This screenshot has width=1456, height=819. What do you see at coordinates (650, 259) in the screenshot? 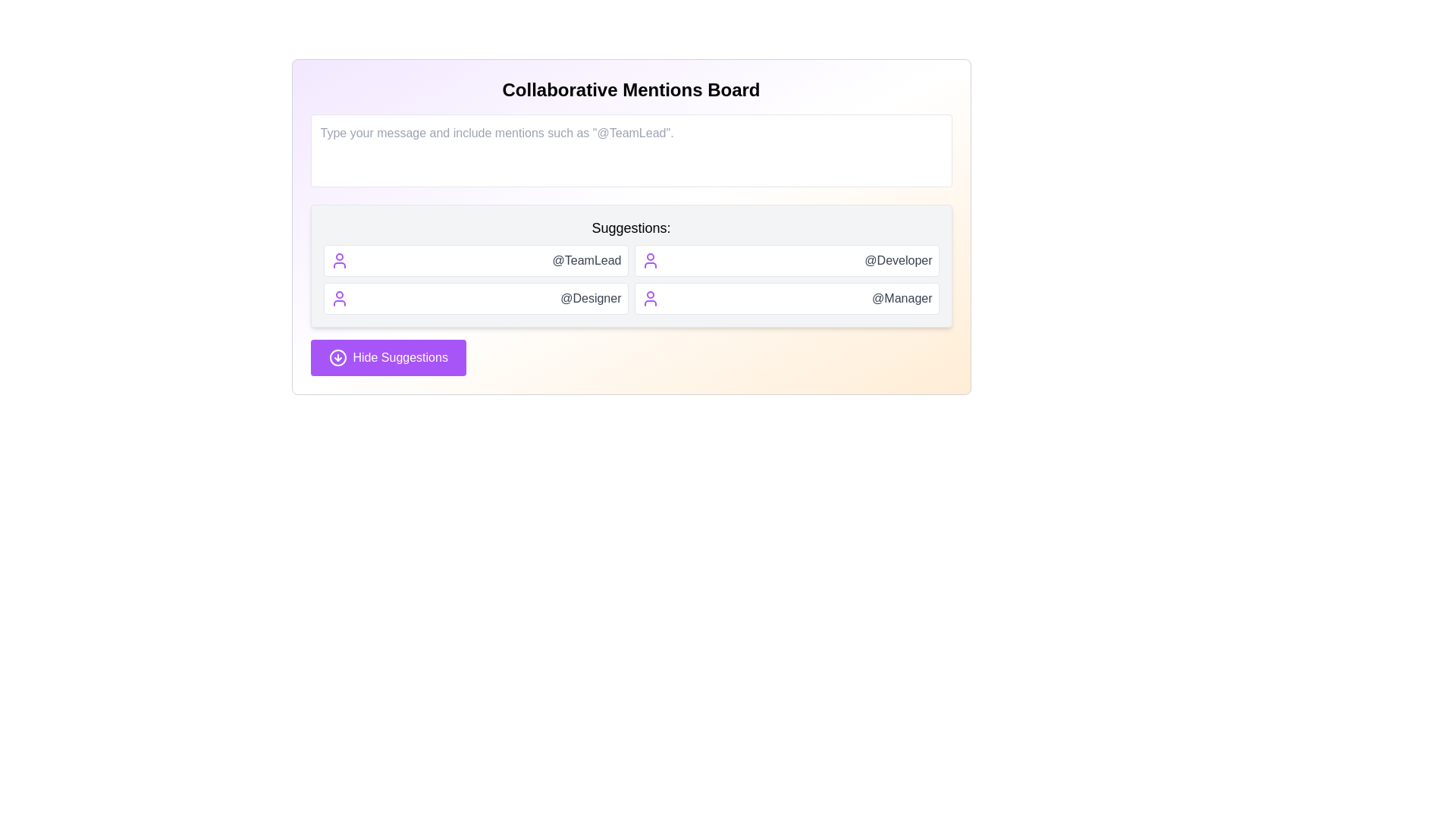
I see `the purple user outline icon located to the left of the '@Developer' text in the 'Suggestions' section of the 'Collaborative Mentions Board'` at bounding box center [650, 259].